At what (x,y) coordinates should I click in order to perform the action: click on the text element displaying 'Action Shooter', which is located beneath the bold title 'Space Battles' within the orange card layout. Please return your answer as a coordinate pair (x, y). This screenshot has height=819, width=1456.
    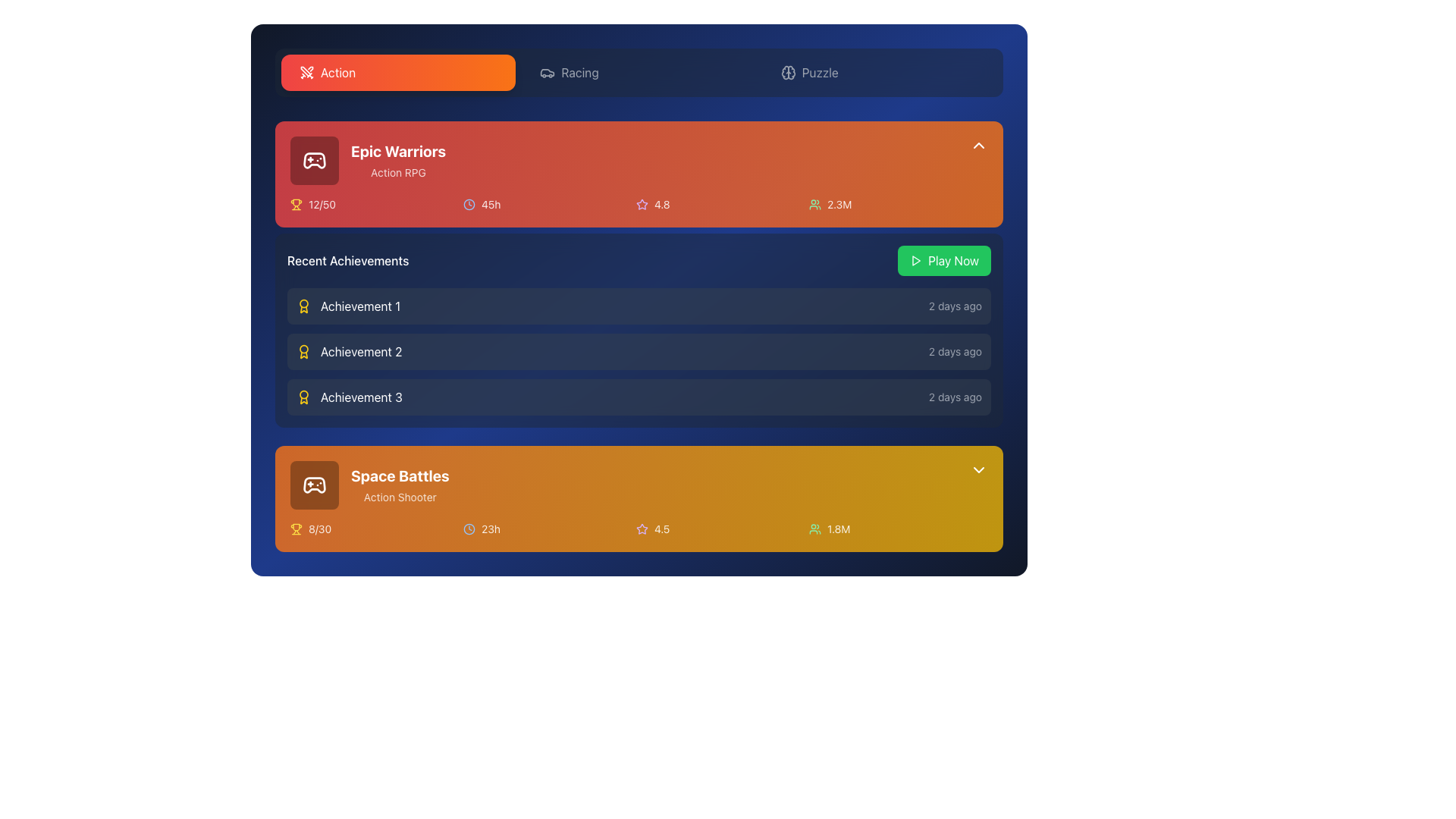
    Looking at the image, I should click on (400, 497).